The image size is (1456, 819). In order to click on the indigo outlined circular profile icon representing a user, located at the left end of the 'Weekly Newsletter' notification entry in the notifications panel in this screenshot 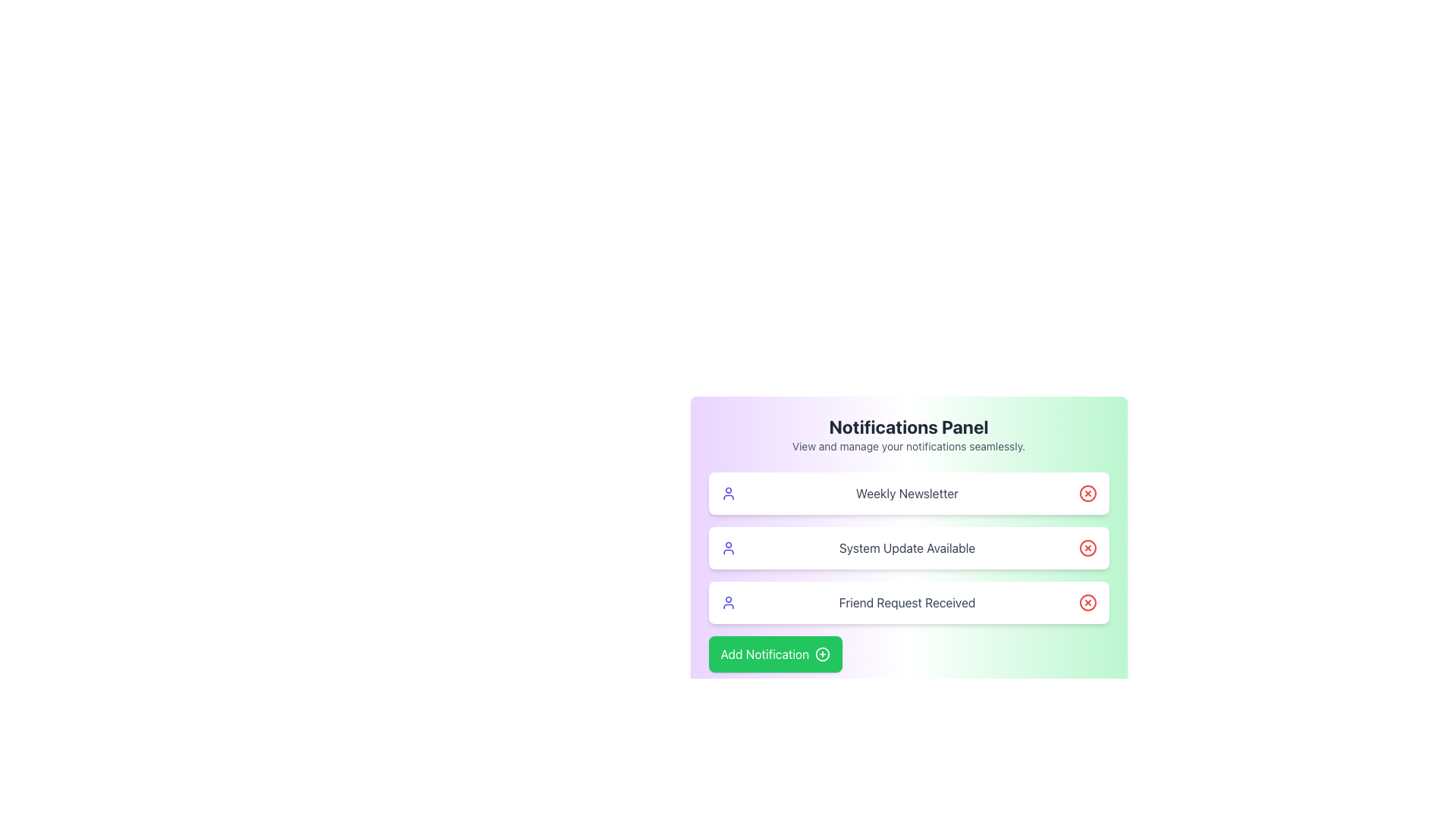, I will do `click(728, 494)`.